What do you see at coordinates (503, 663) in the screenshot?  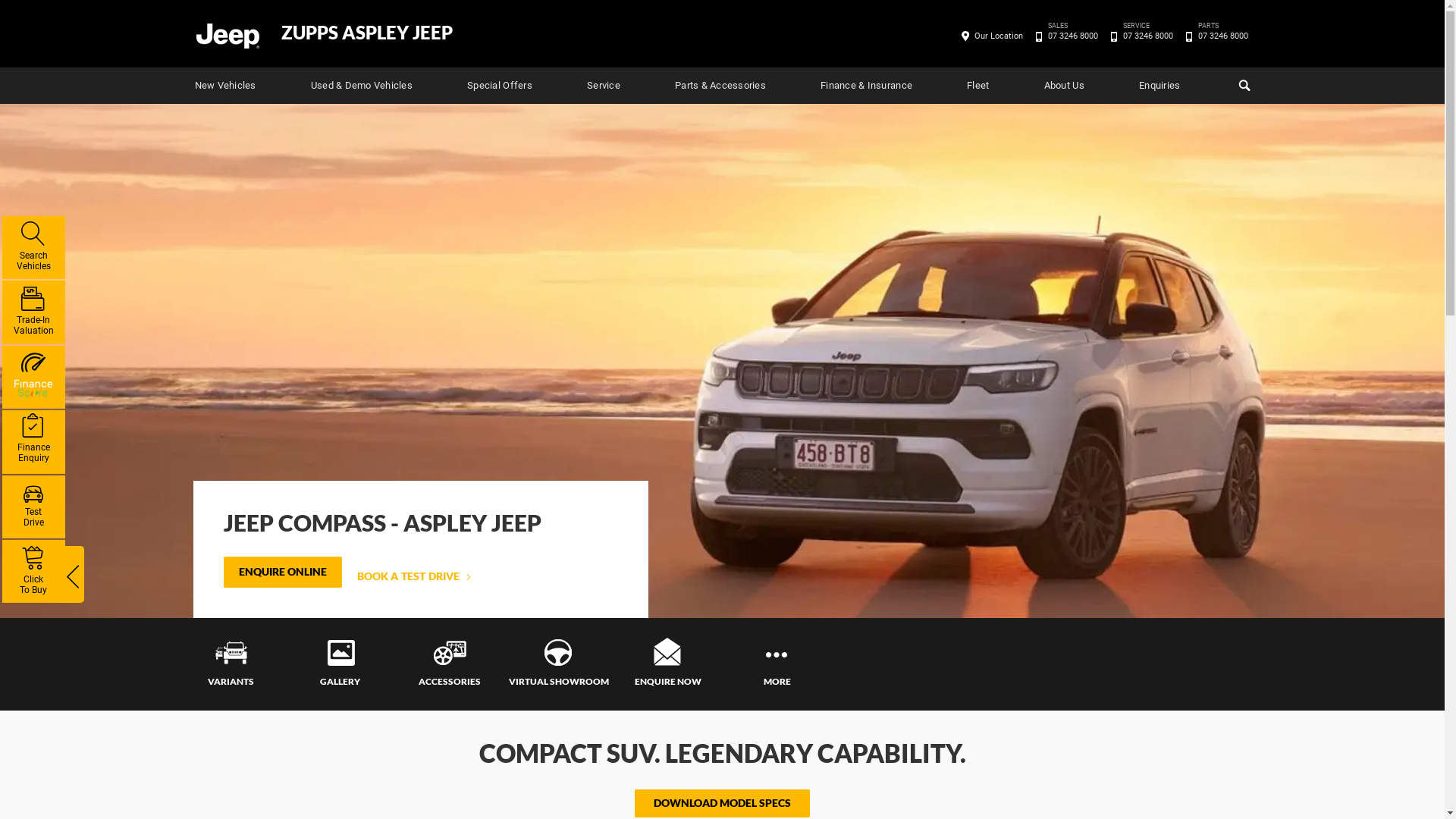 I see `'VIRTUAL SHOWROOM'` at bounding box center [503, 663].